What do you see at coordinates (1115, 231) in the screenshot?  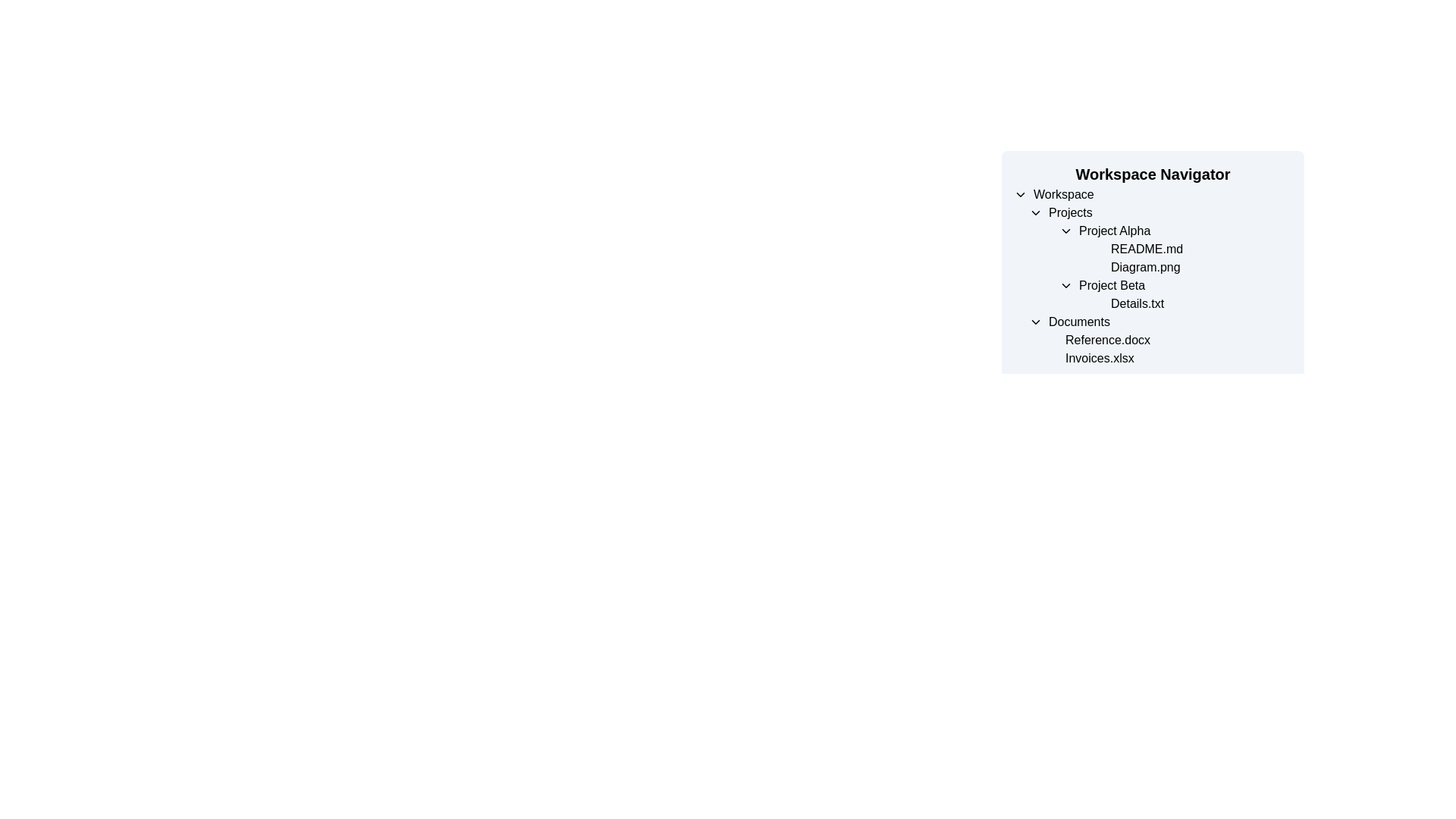 I see `the 'Project Alpha' text label located in the 'Projects' section of the 'Workspace Navigator'` at bounding box center [1115, 231].